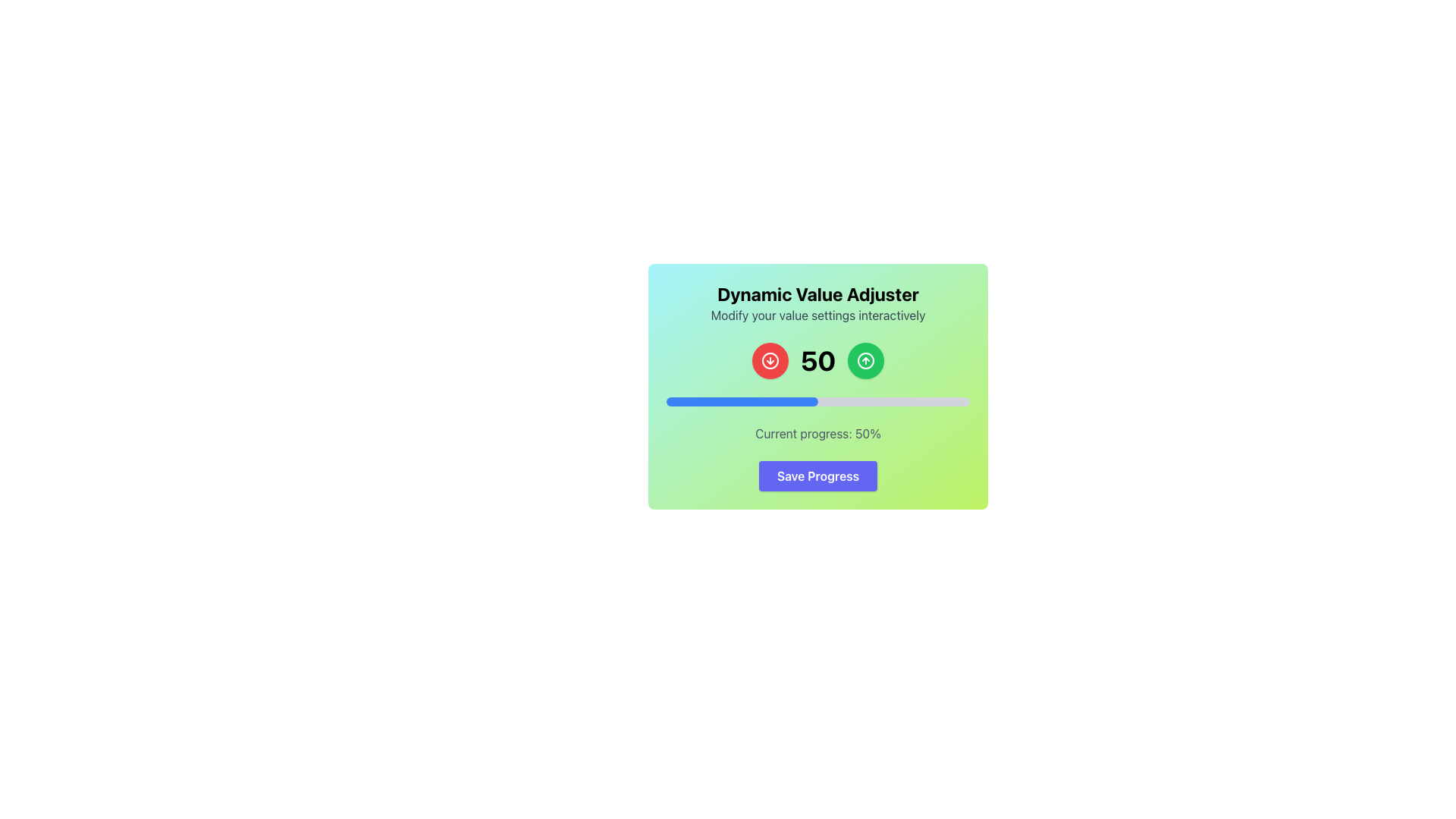 This screenshot has height=819, width=1456. I want to click on the static text displaying the current state of the setting or counter in the 'Dynamic Value Adjuster' card, positioned between a red downward action button and a green upward action button, so click(817, 360).